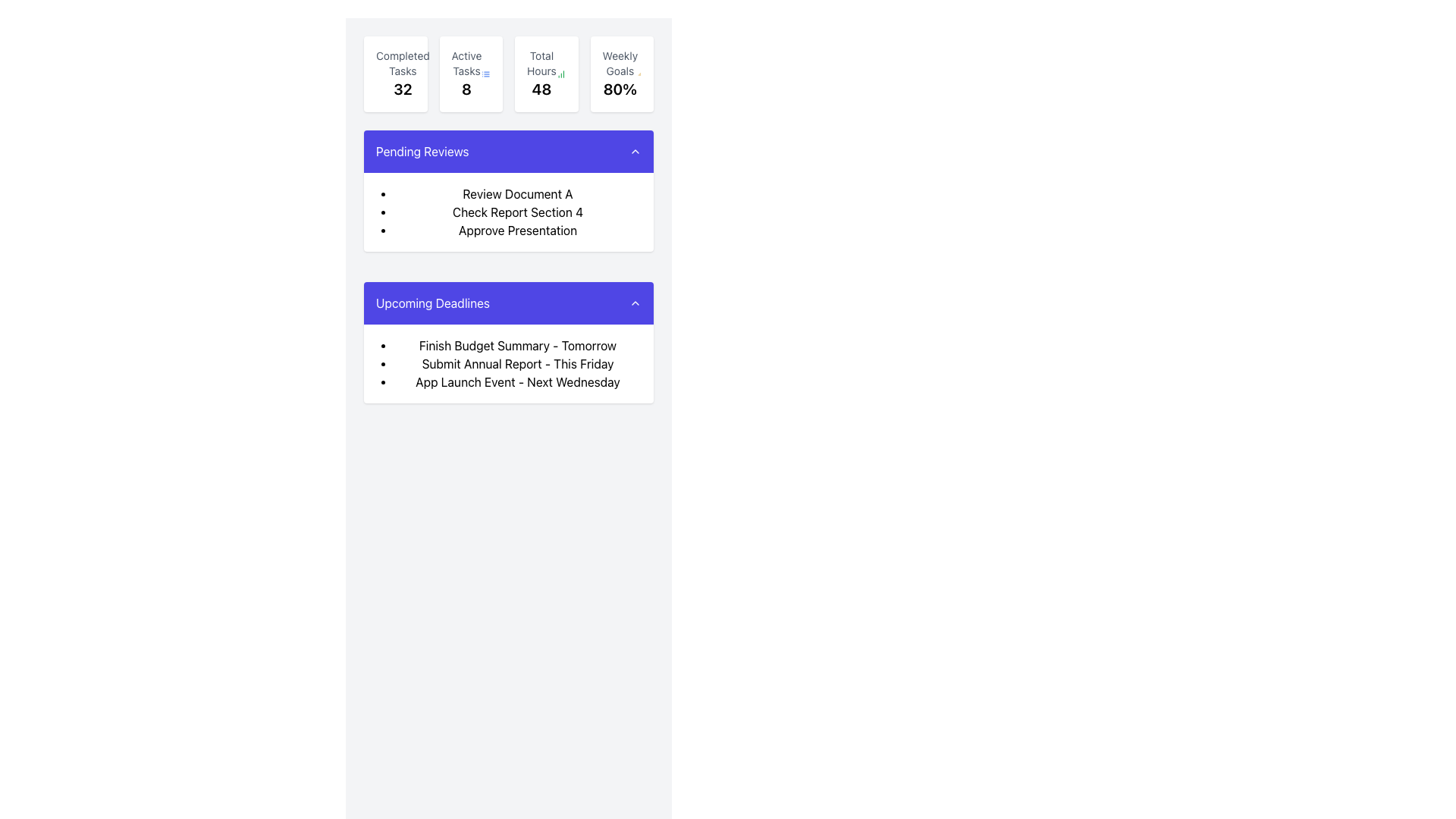 Image resolution: width=1456 pixels, height=819 pixels. What do you see at coordinates (517, 212) in the screenshot?
I see `the text element that reads 'Check Report Section 4', which is the second item in the 'Pending Reviews' list` at bounding box center [517, 212].